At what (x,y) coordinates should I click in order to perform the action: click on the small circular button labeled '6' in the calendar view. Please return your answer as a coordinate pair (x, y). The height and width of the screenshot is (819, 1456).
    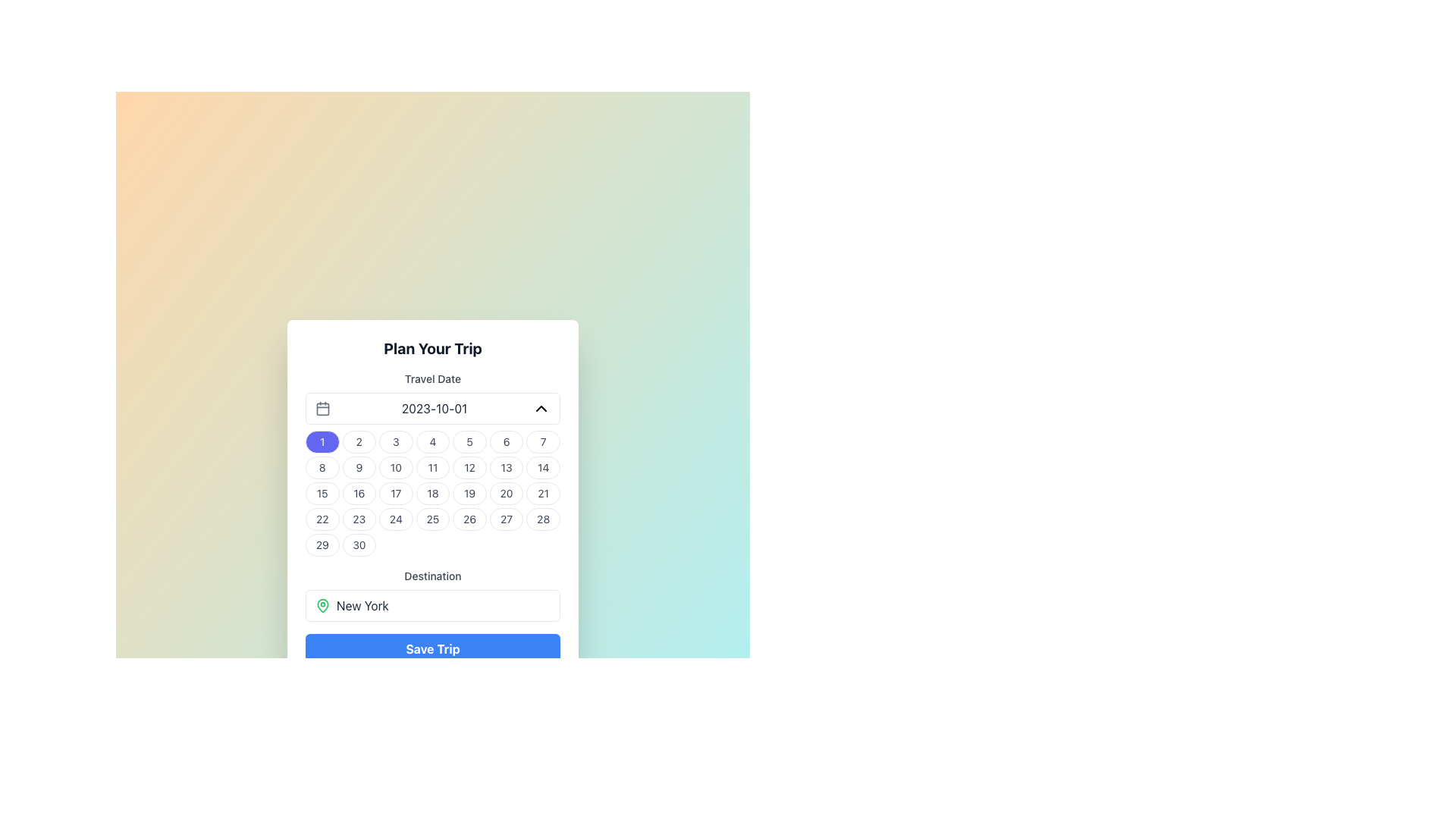
    Looking at the image, I should click on (507, 441).